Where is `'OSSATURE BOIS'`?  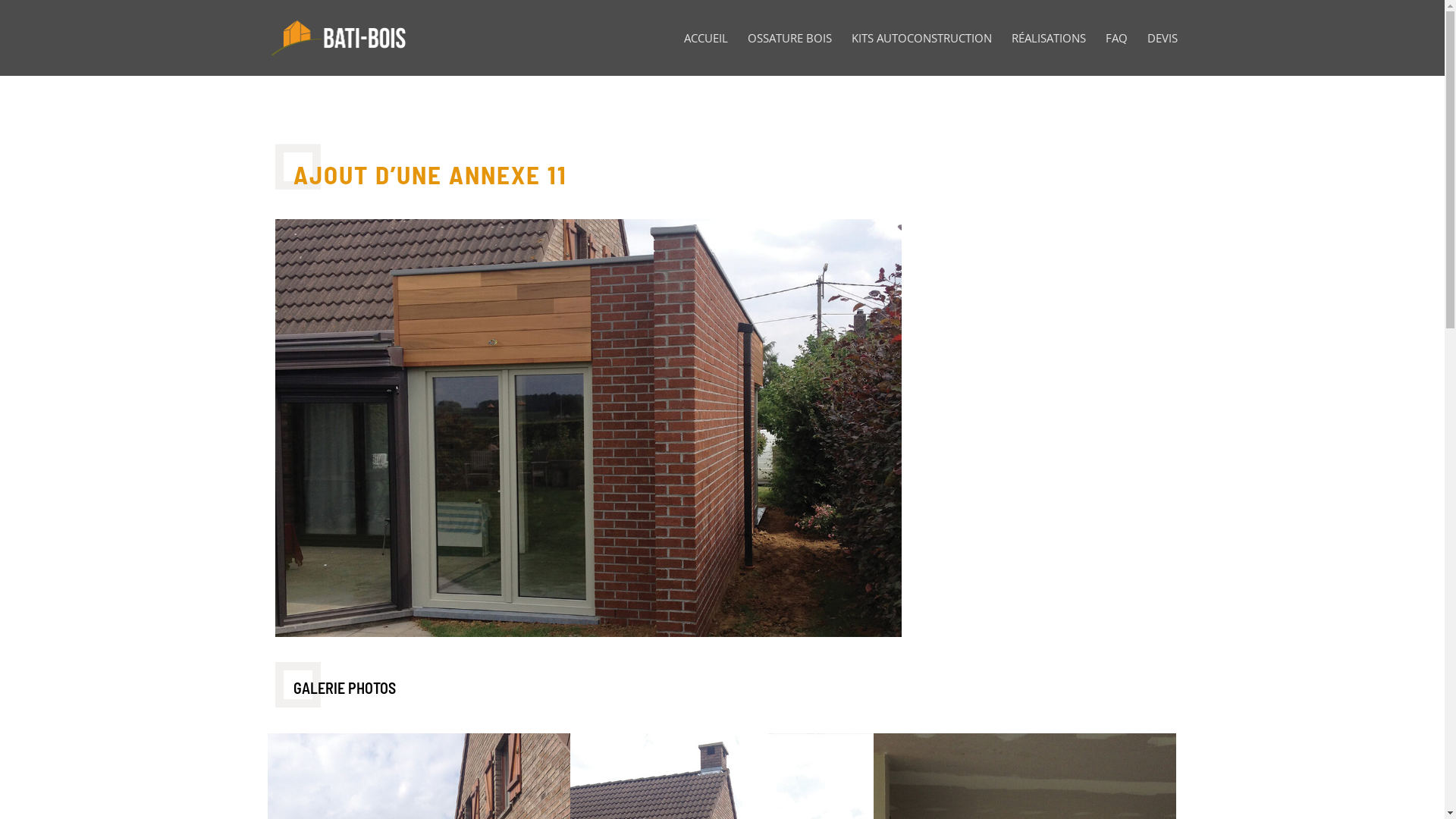 'OSSATURE BOIS' is located at coordinates (747, 53).